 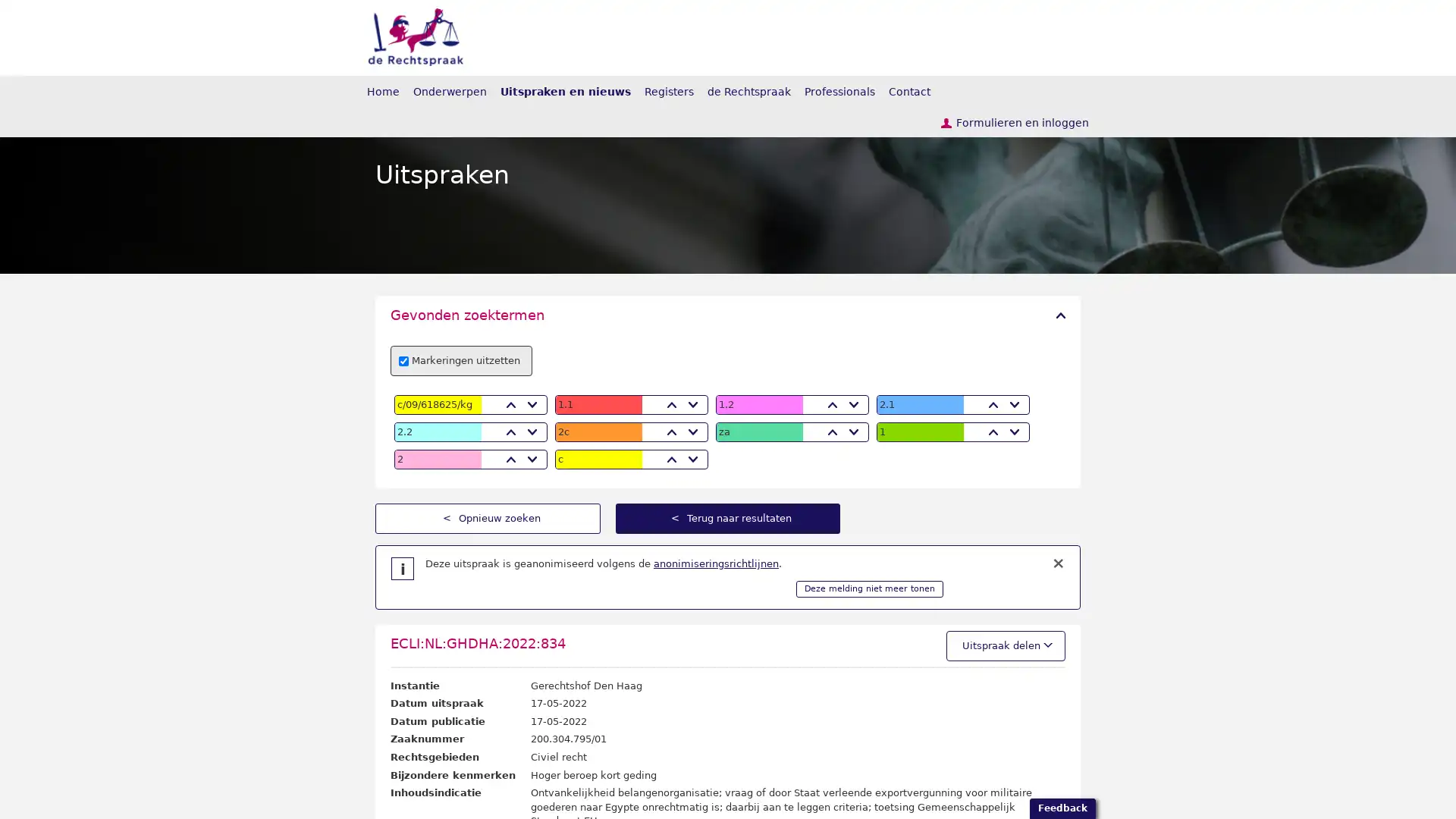 I want to click on Volgende zoek term, so click(x=692, y=403).